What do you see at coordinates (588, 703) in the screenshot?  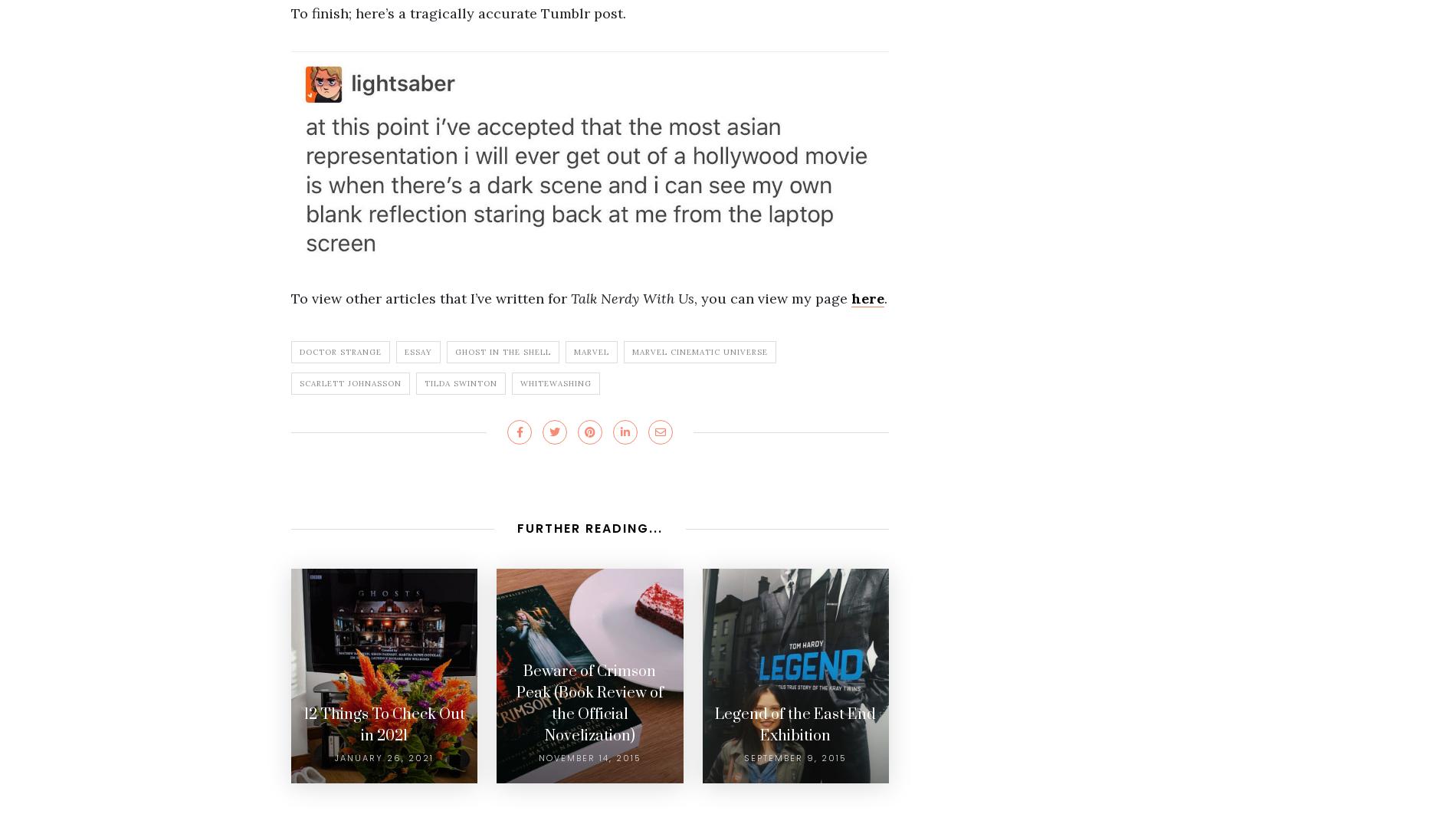 I see `'Beware of Crimson Peak (Book Review of the Official Novelization)'` at bounding box center [588, 703].